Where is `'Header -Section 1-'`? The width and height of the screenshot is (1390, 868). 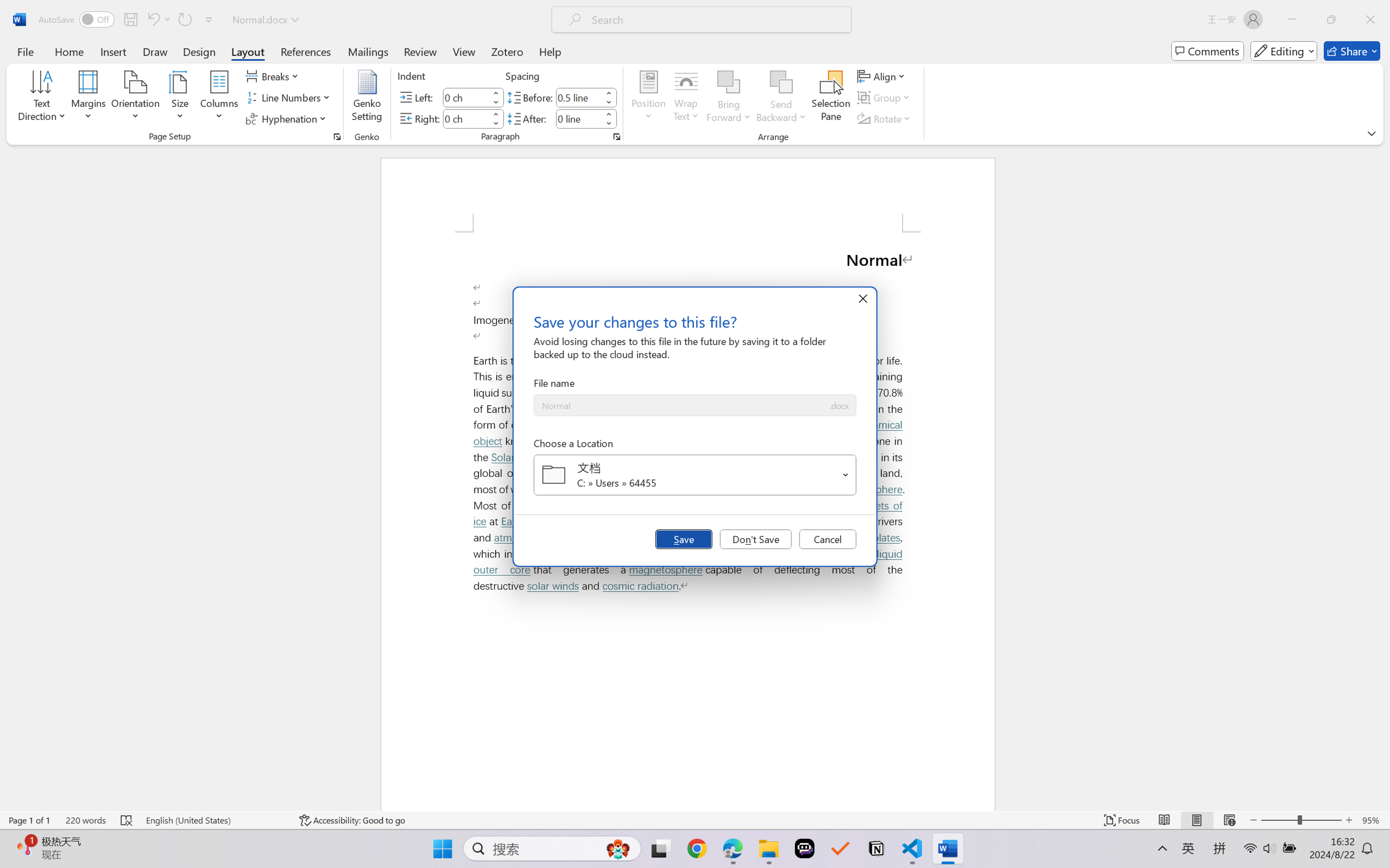 'Header -Section 1-' is located at coordinates (688, 195).